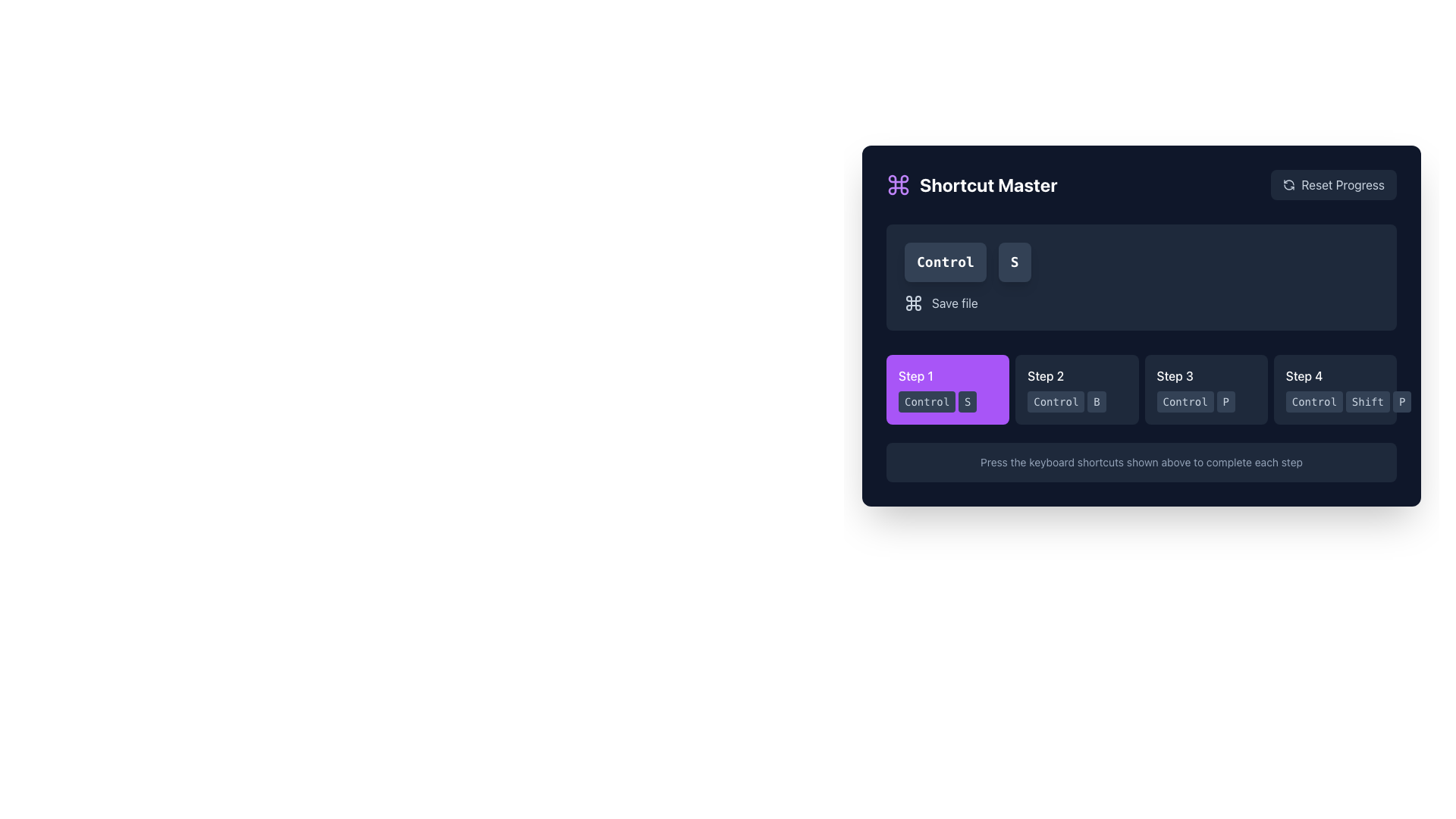  What do you see at coordinates (947, 388) in the screenshot?
I see `the Step indicator box displaying 'Step 1' and 'Control S', which is the leftmost element in a sequence of four, located in the lower section of the interface` at bounding box center [947, 388].